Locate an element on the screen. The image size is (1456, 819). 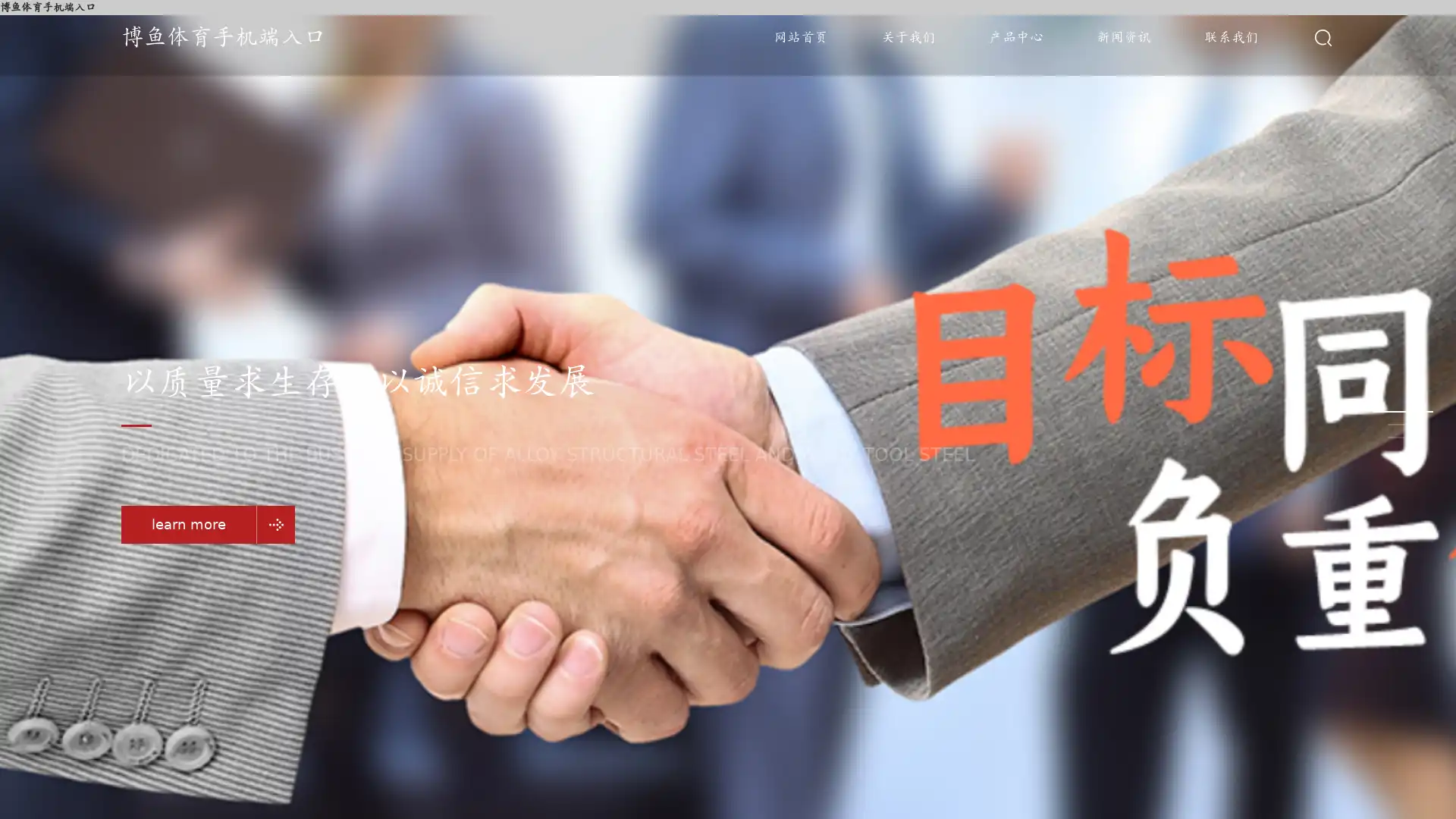
Go to slide 1 is located at coordinates (1401, 412).